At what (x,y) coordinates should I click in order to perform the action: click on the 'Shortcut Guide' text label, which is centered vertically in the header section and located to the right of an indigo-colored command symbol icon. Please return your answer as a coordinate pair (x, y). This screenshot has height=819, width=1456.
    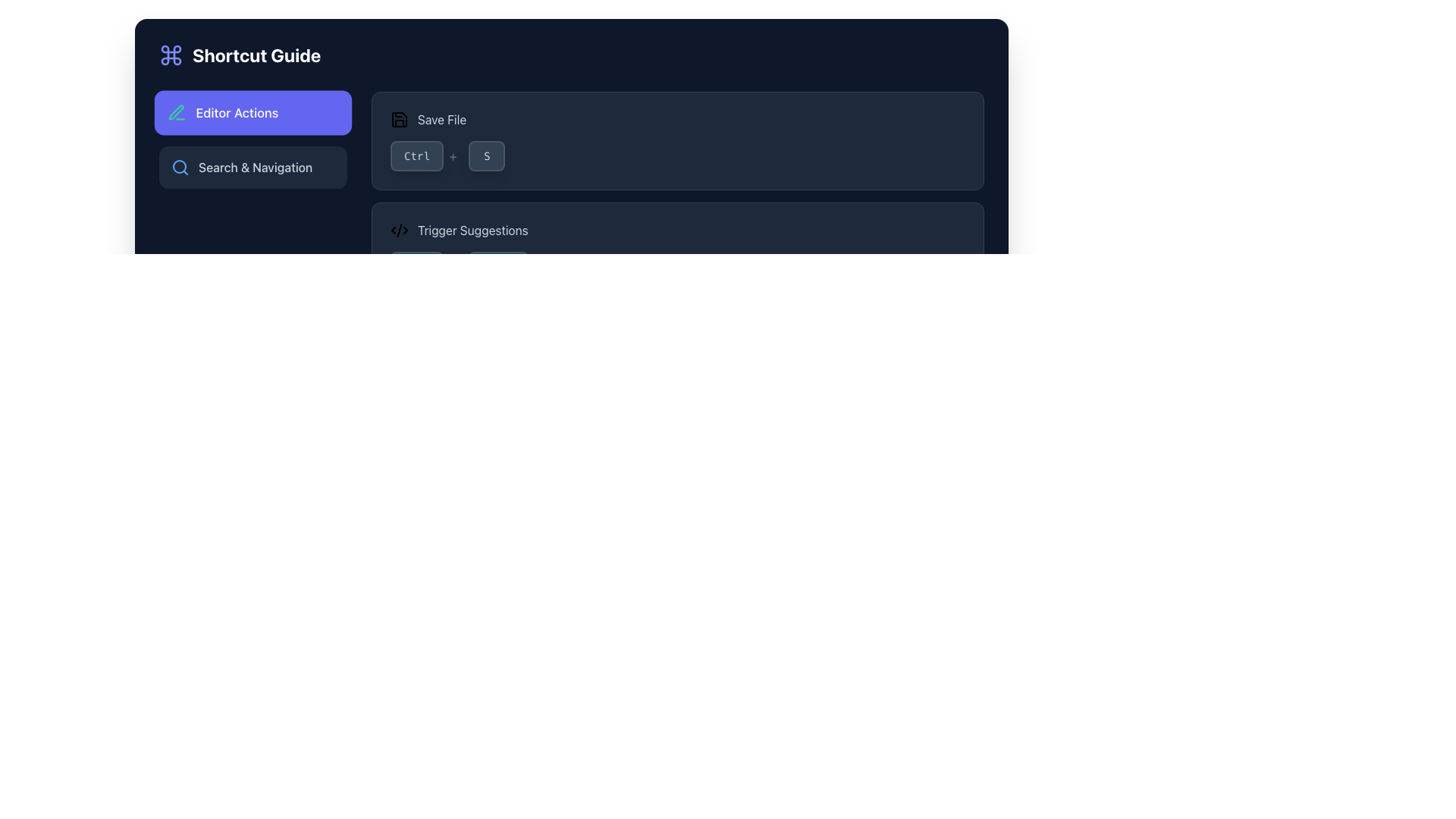
    Looking at the image, I should click on (256, 55).